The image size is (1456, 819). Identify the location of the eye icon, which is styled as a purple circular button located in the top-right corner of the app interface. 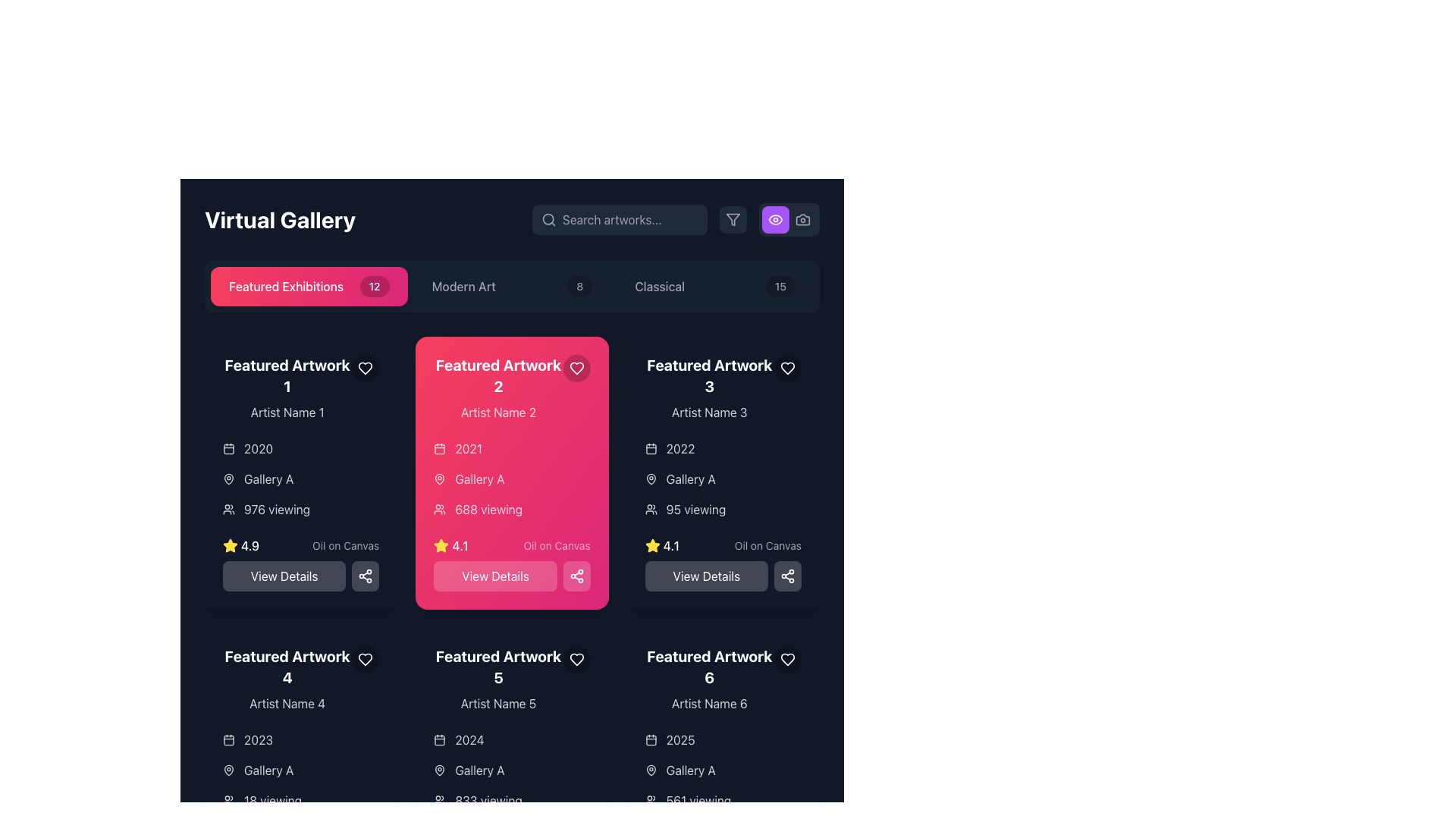
(775, 219).